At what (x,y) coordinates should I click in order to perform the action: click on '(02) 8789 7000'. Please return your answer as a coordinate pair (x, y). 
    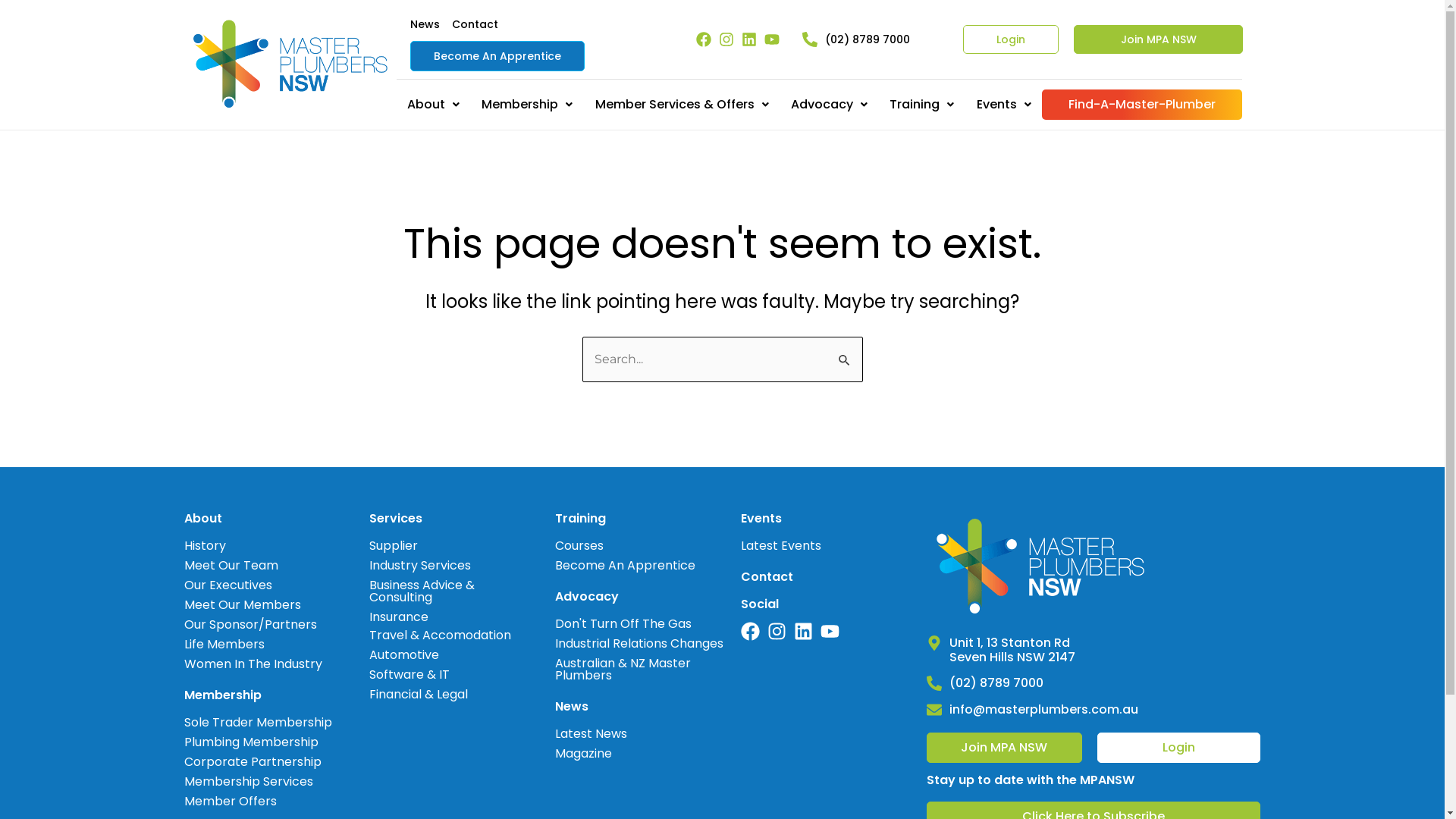
    Looking at the image, I should click on (867, 38).